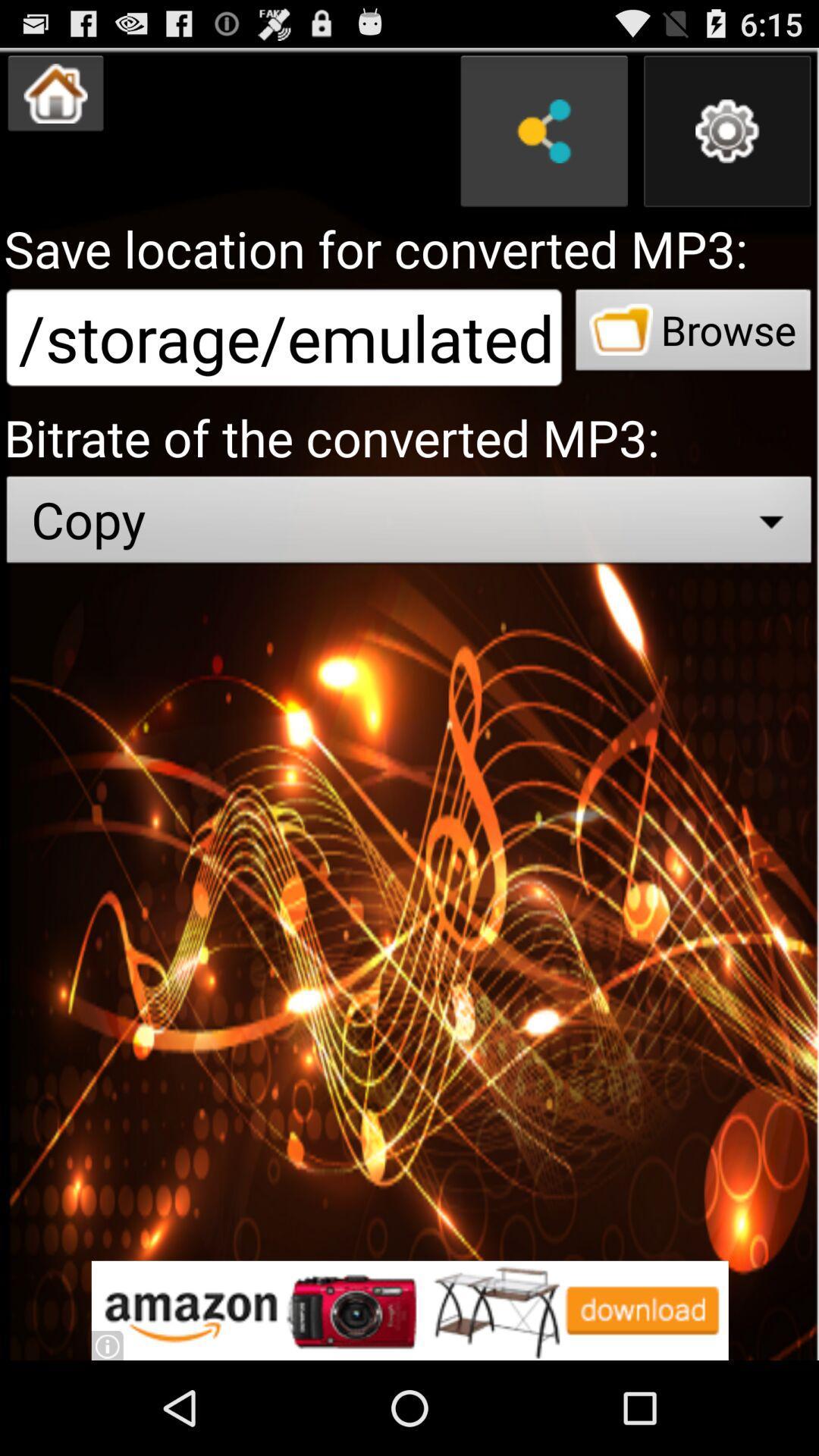 Image resolution: width=819 pixels, height=1456 pixels. What do you see at coordinates (726, 131) in the screenshot?
I see `settings` at bounding box center [726, 131].